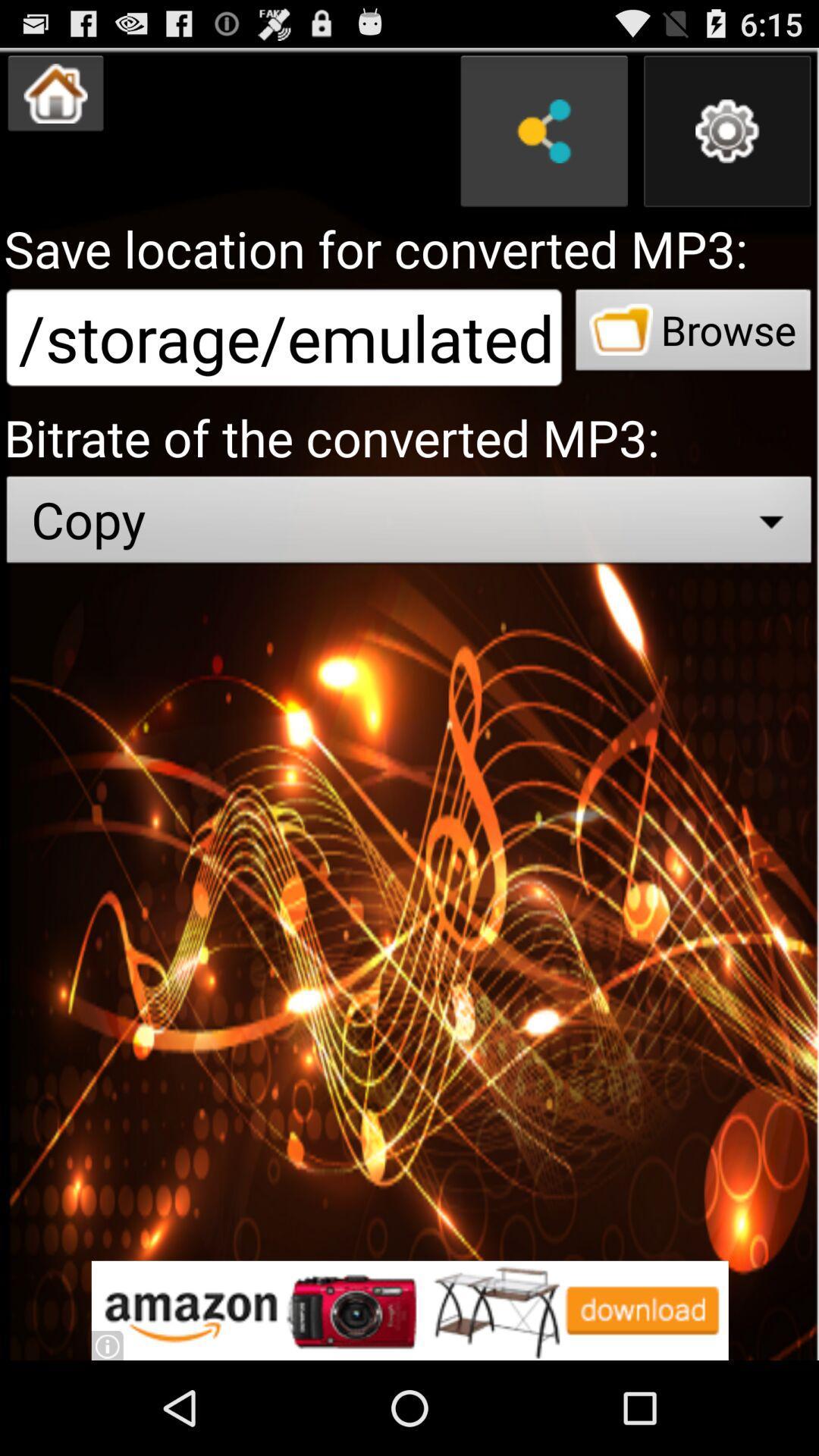 Image resolution: width=819 pixels, height=1456 pixels. What do you see at coordinates (726, 131) in the screenshot?
I see `settings` at bounding box center [726, 131].